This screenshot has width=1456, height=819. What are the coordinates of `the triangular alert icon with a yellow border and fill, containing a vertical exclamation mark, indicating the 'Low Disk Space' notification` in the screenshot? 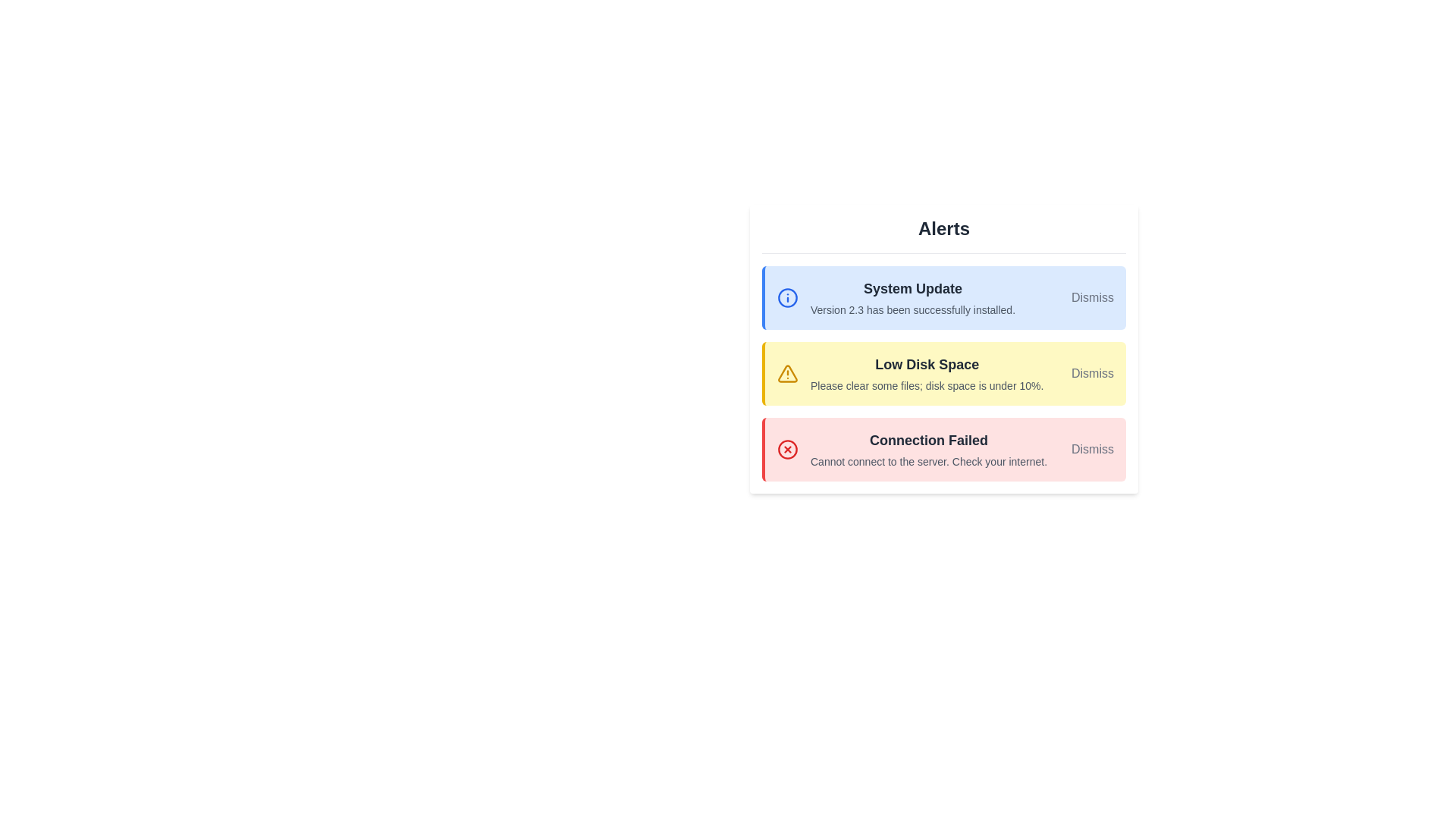 It's located at (787, 374).